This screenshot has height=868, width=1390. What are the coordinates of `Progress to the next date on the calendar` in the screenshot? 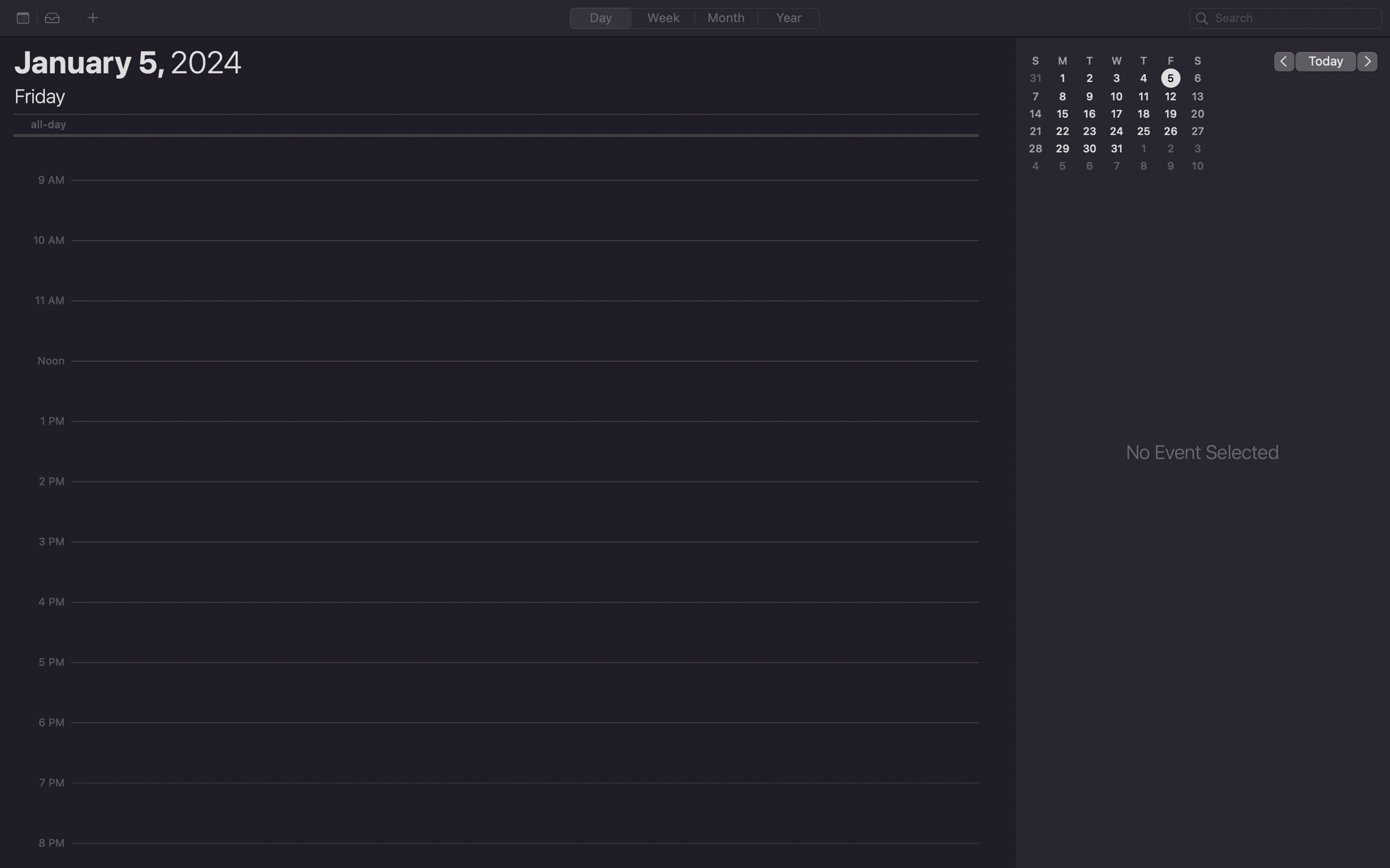 It's located at (1368, 60).